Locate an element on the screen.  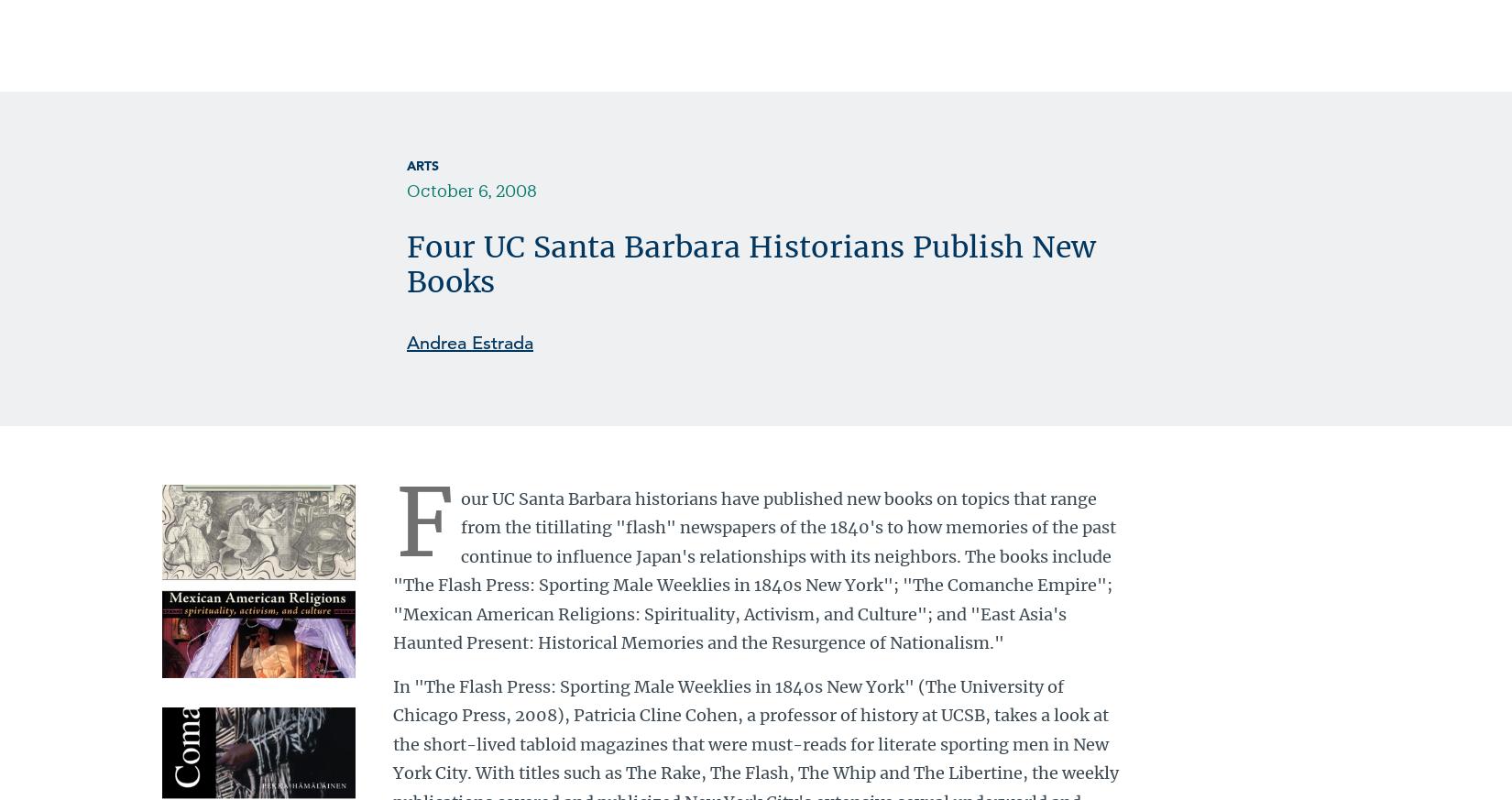
'"Mexican American Religions: Spirituality, Activism, and Culture"' is located at coordinates (659, 435).